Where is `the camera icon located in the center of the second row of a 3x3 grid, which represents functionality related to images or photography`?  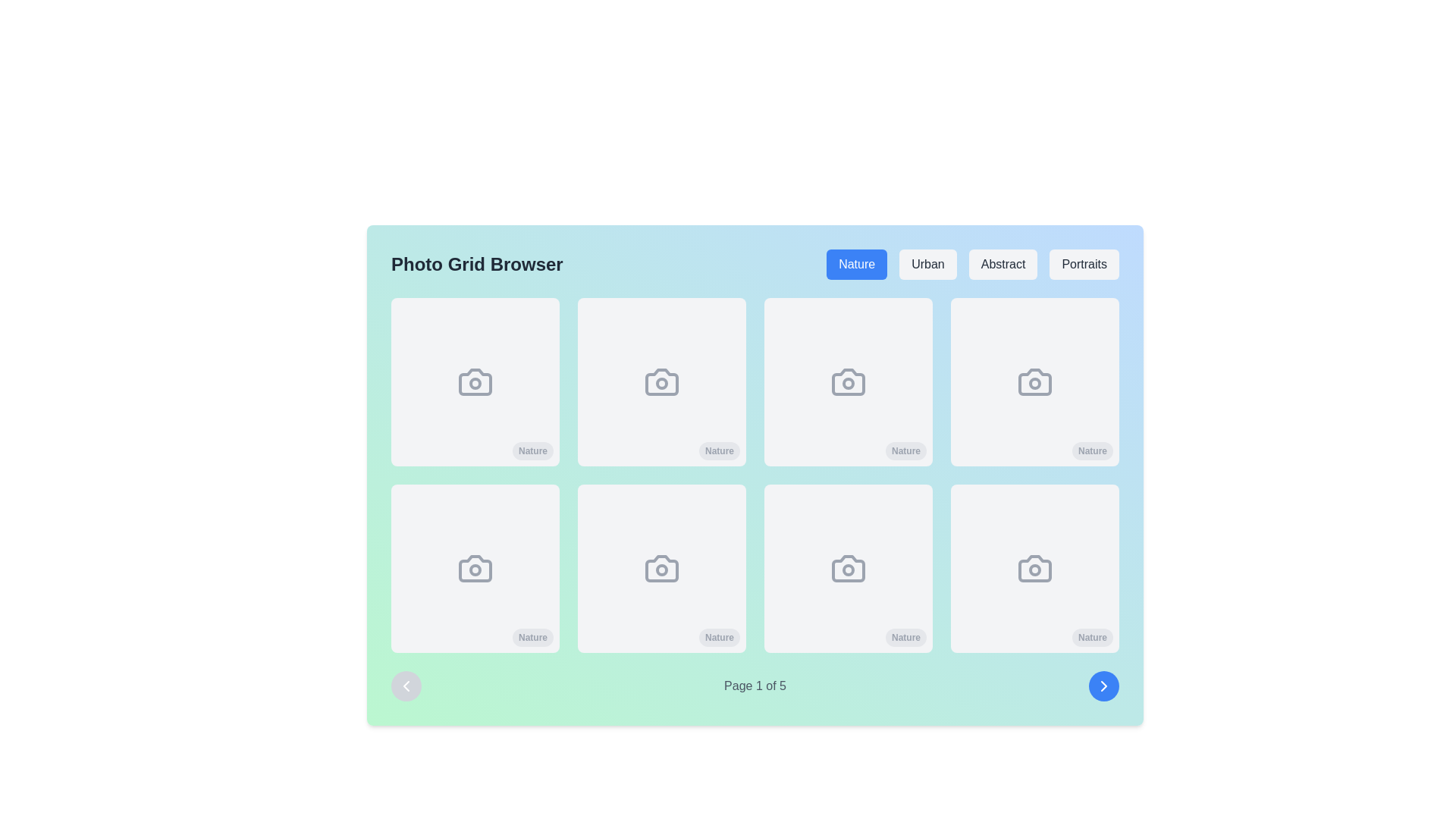
the camera icon located in the center of the second row of a 3x3 grid, which represents functionality related to images or photography is located at coordinates (475, 381).